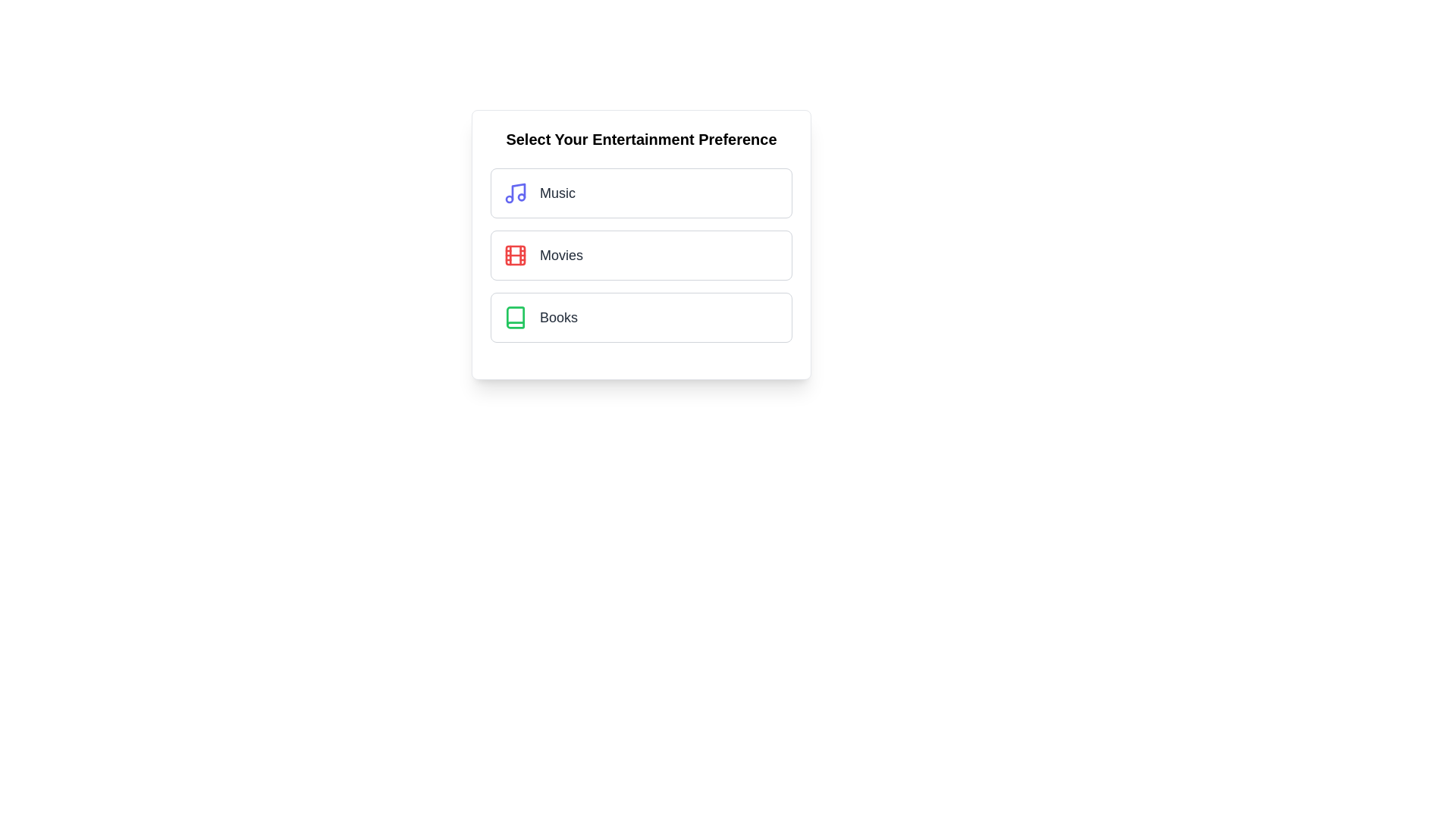  Describe the element at coordinates (641, 254) in the screenshot. I see `the selectable option for the category 'Movies' to trigger the highlight effect` at that location.